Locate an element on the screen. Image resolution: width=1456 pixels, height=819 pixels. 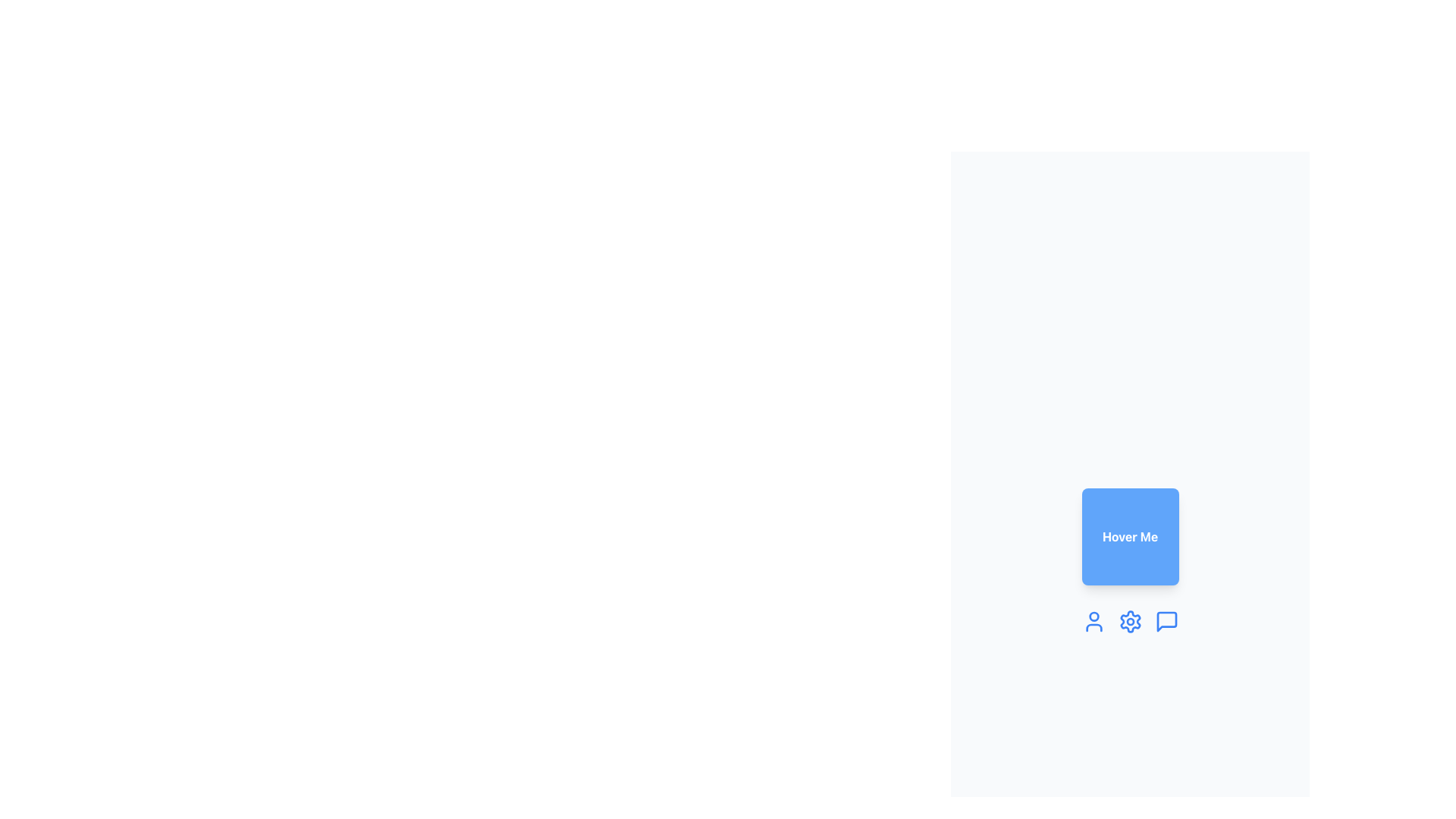
the bottom part of the user icon within the SVG graphic element, located below the 'Hover Me' blue button is located at coordinates (1094, 628).